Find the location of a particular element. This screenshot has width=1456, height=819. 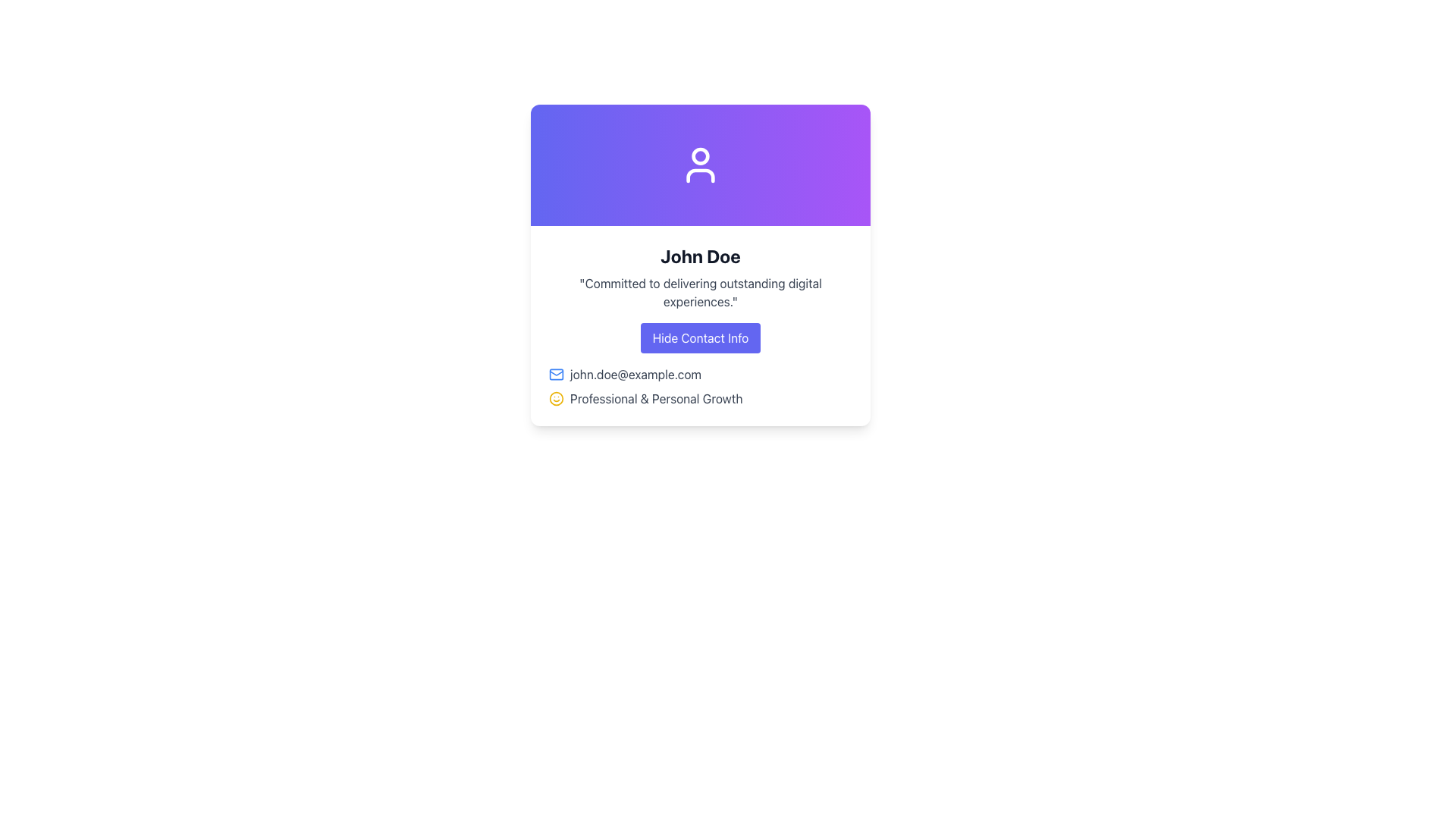

the blue mail envelope icon located to the immediate left of the email address 'john.doe@example.com' is located at coordinates (556, 374).